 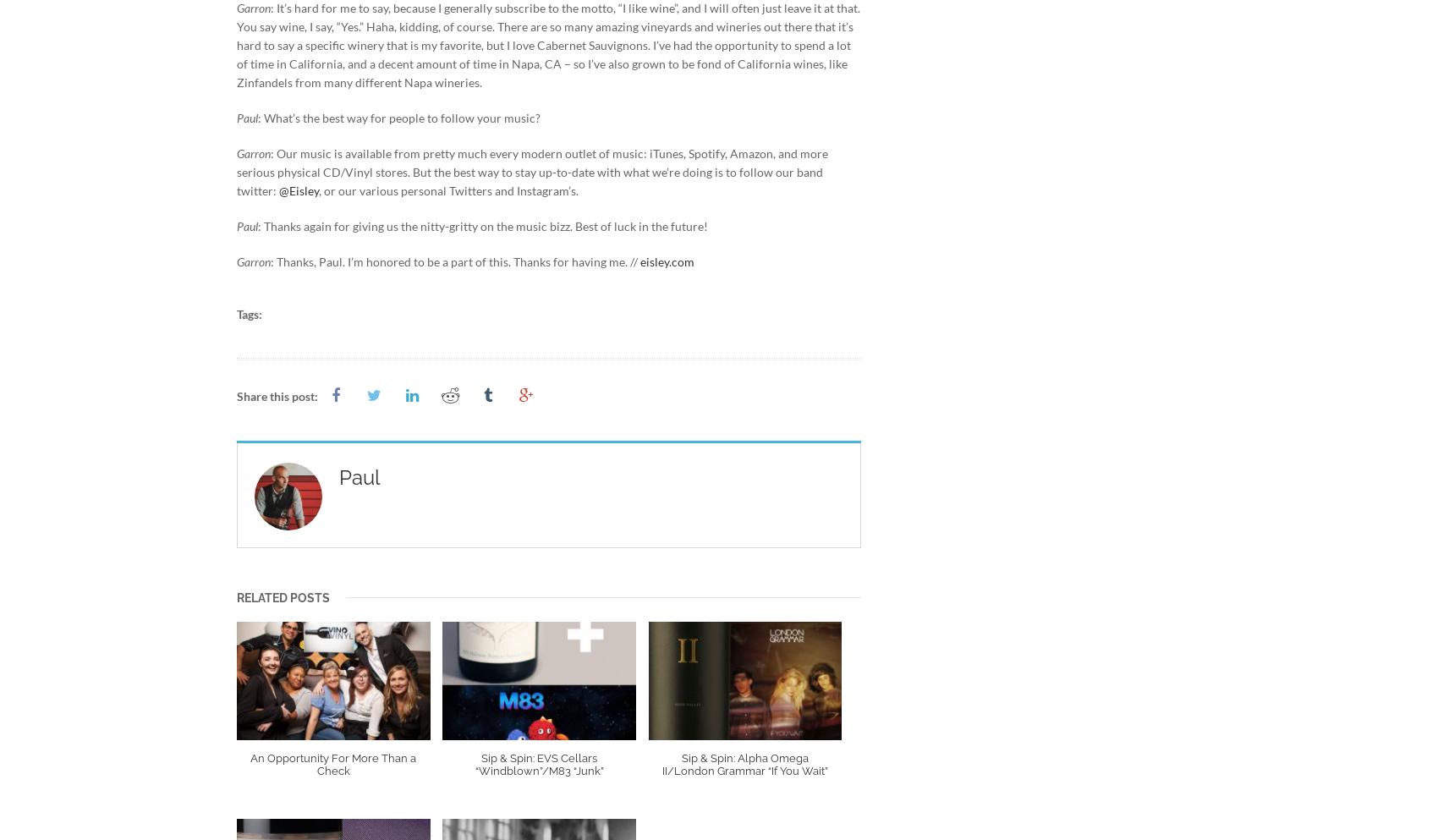 I want to click on ': Thanks, Paul. I’m honored to be a part of this. Thanks for having me. //', so click(x=454, y=260).